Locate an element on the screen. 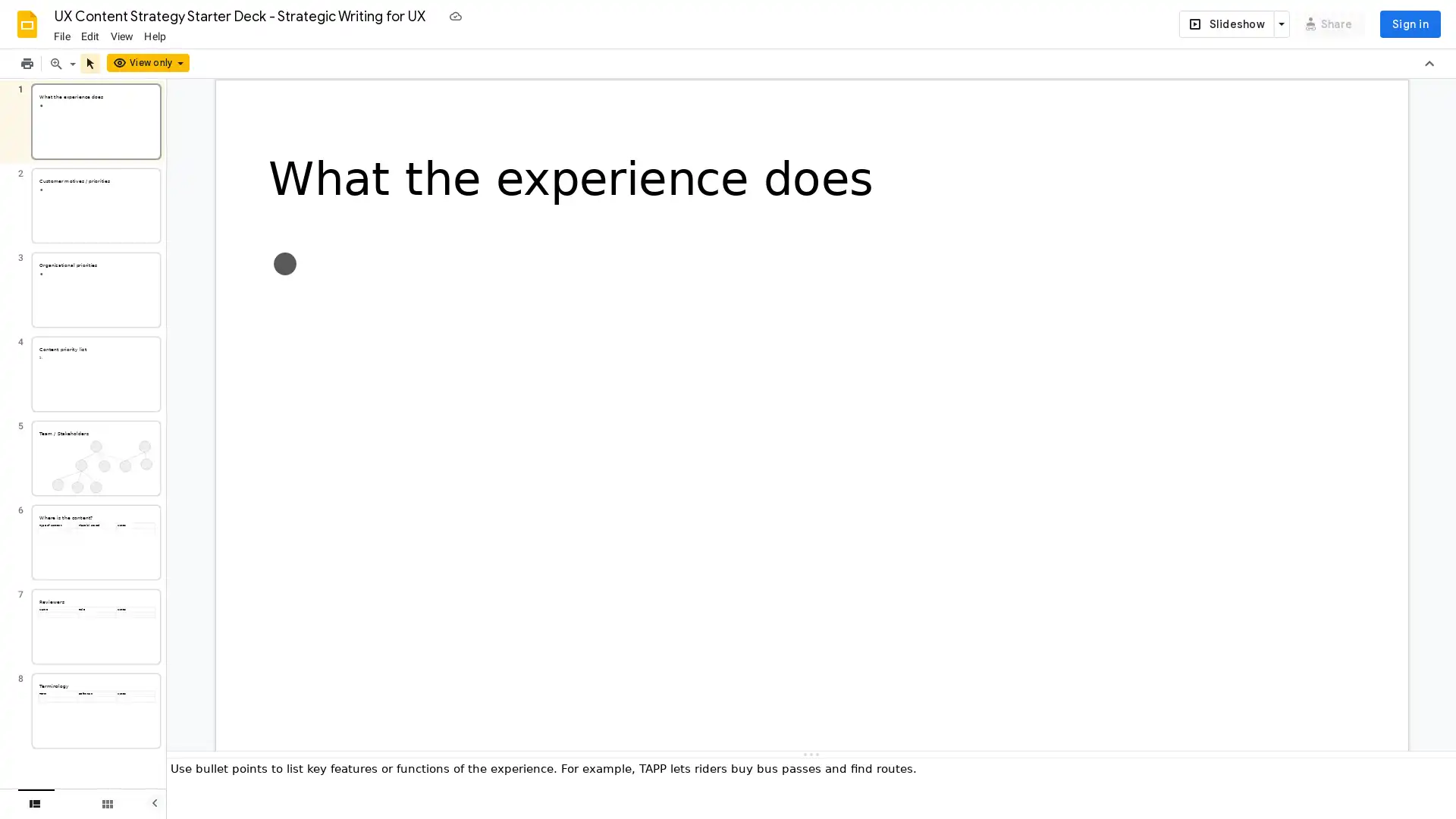  Print (P) is located at coordinates (27, 63).